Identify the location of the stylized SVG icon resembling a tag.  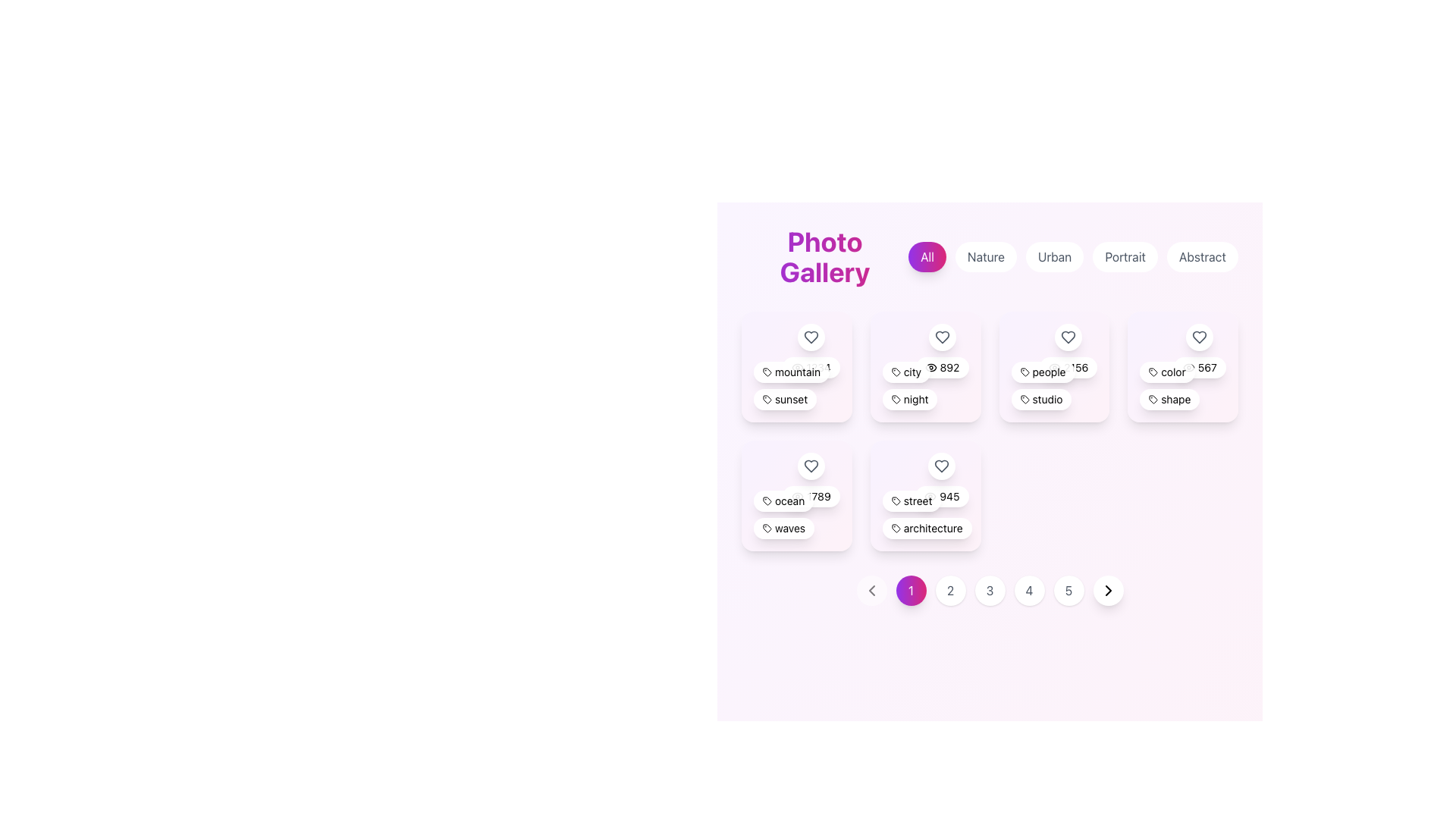
(767, 526).